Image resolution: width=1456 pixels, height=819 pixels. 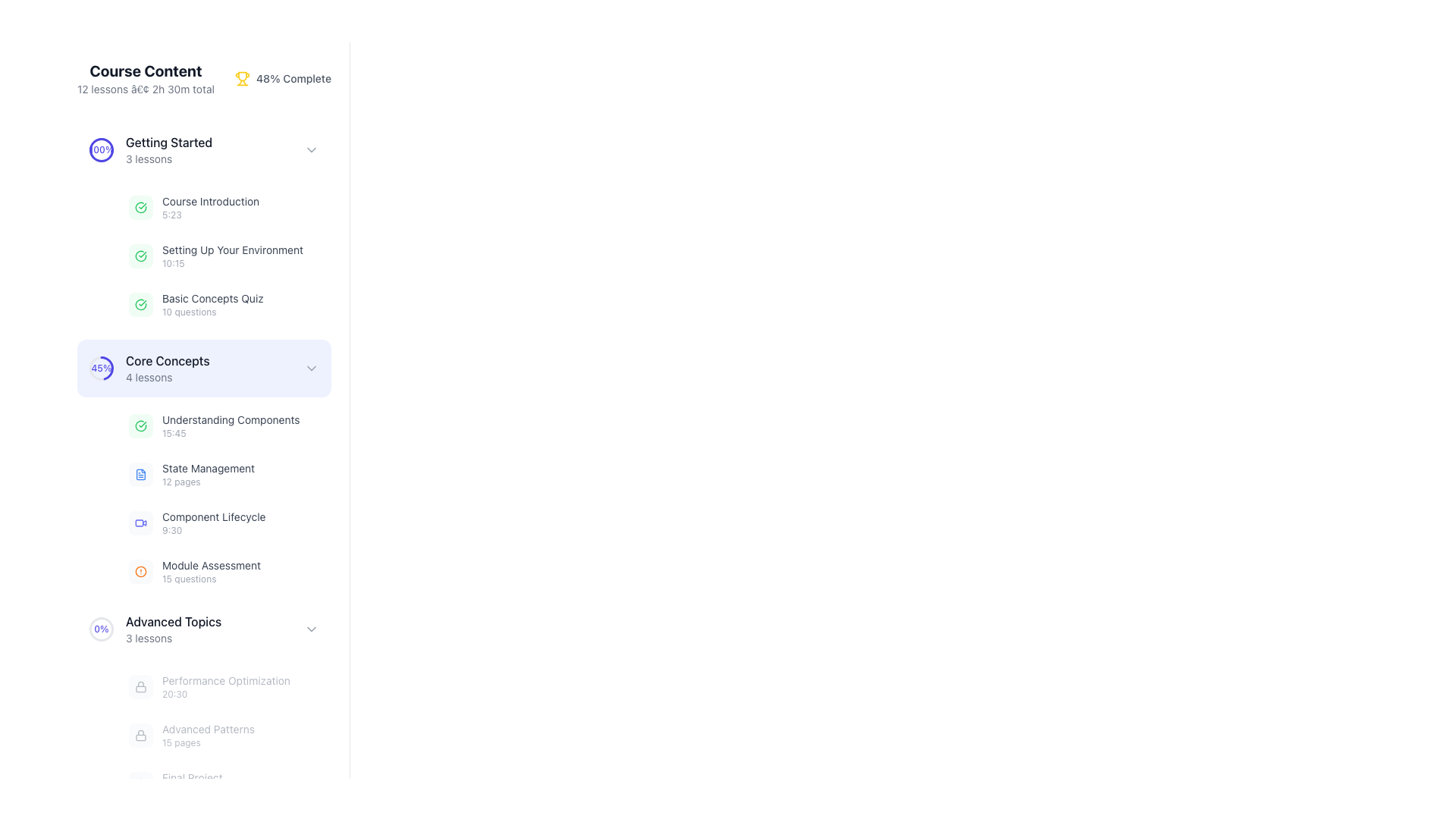 I want to click on text display indicating the number of questions associated with the 'Basic Concepts Quiz' item, located below the 'Basic Concepts Quiz' text in the course content list under 'Getting Started.', so click(x=212, y=312).